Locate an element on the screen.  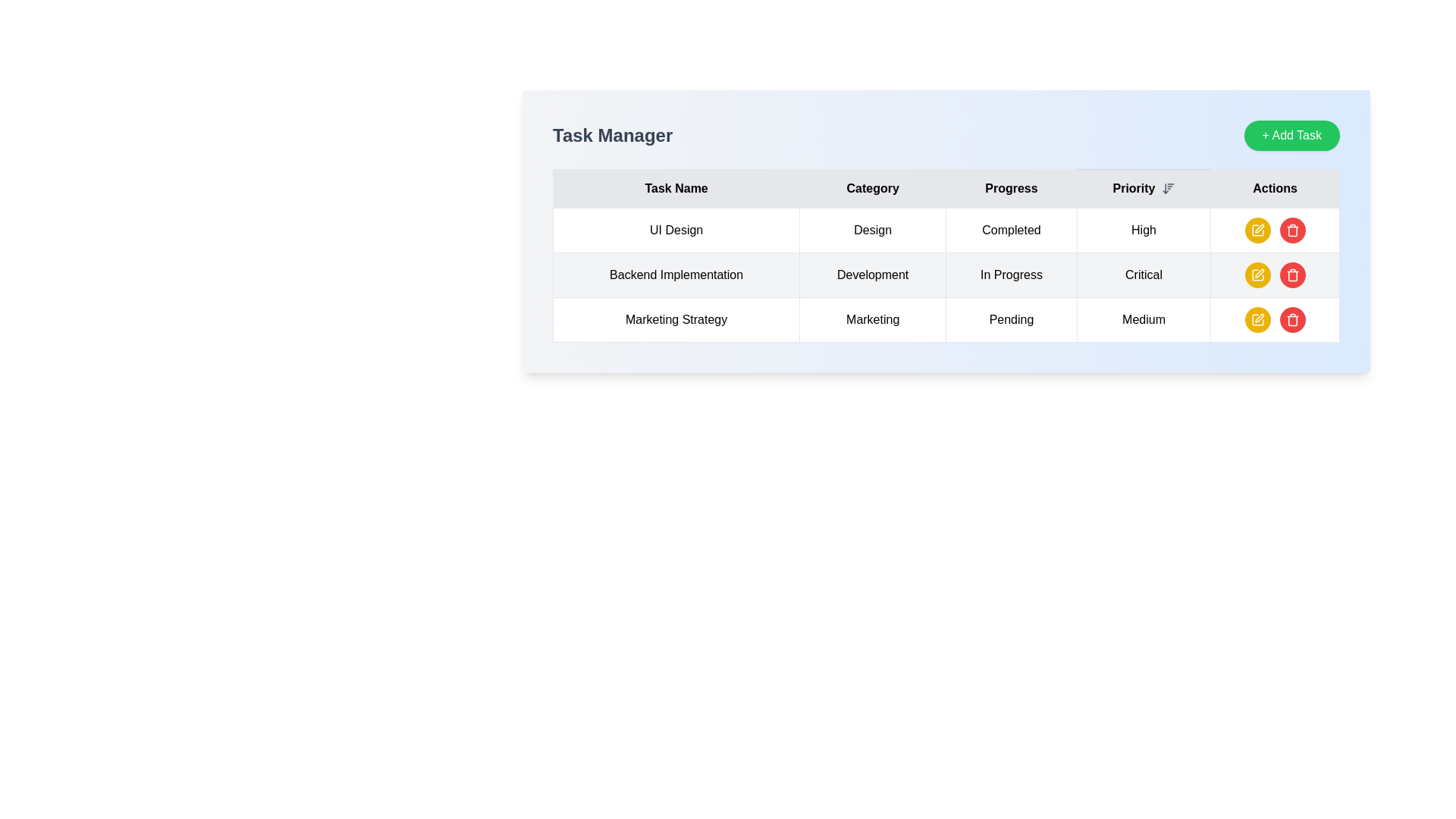
the green button labeled '+ Add Task' is located at coordinates (1291, 134).